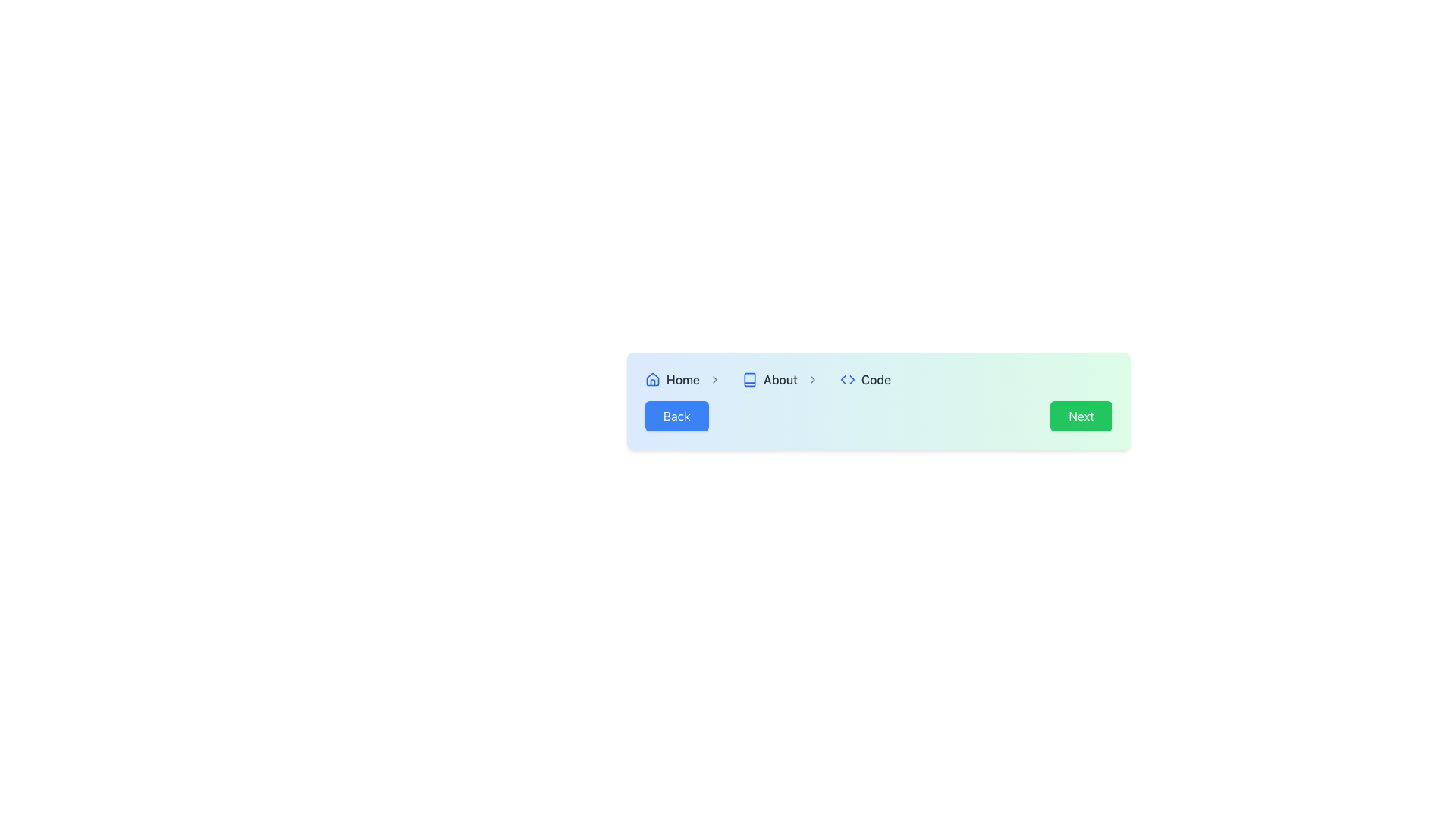 This screenshot has height=819, width=1456. I want to click on the 'Code' text link in the breadcrumb navigation bar, so click(876, 379).